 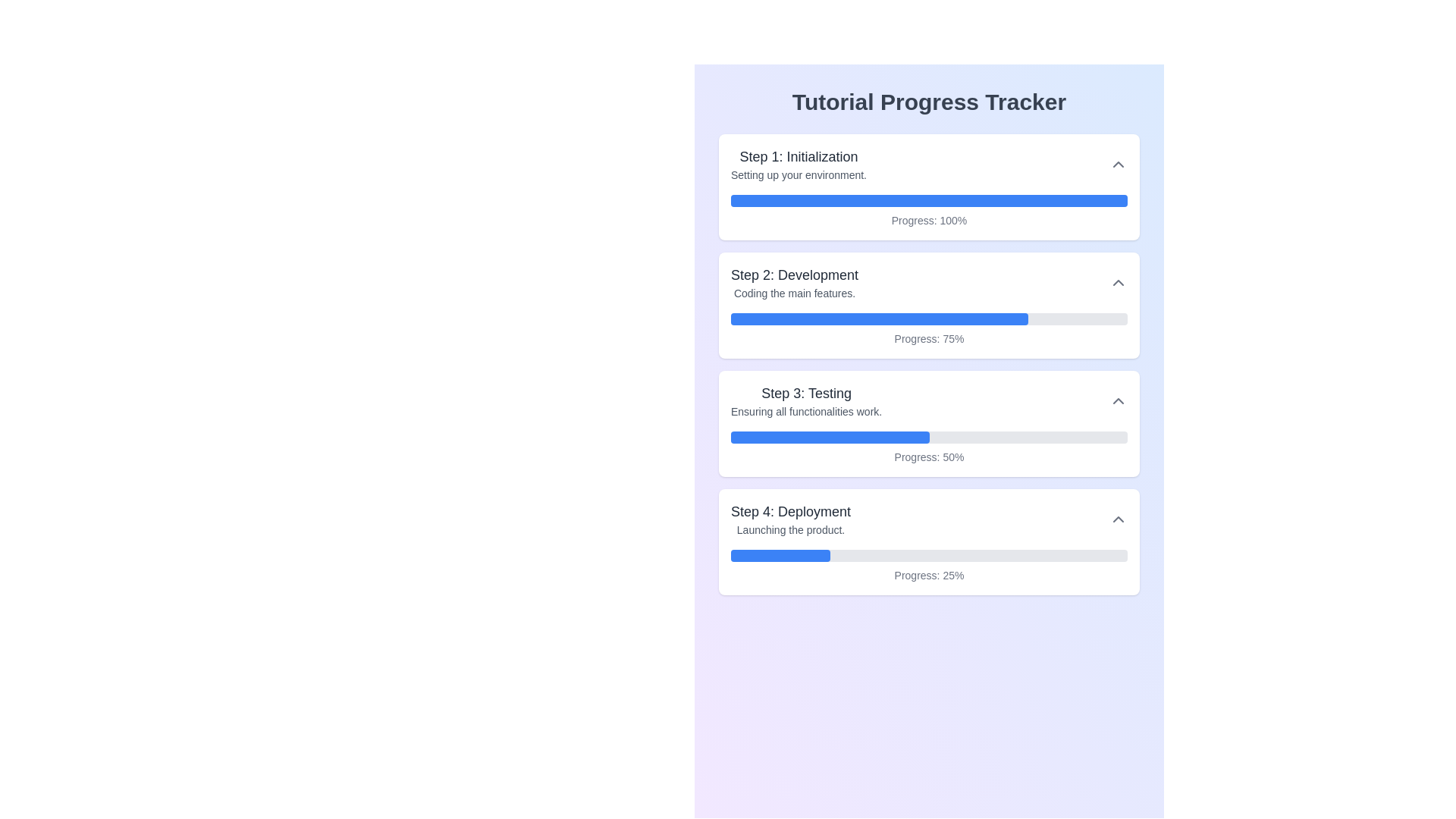 I want to click on the text label that reads 'Ensuring all functionalities work.' located below 'Step 3: Testing' in the tutorial progress tracker interface, so click(x=805, y=412).